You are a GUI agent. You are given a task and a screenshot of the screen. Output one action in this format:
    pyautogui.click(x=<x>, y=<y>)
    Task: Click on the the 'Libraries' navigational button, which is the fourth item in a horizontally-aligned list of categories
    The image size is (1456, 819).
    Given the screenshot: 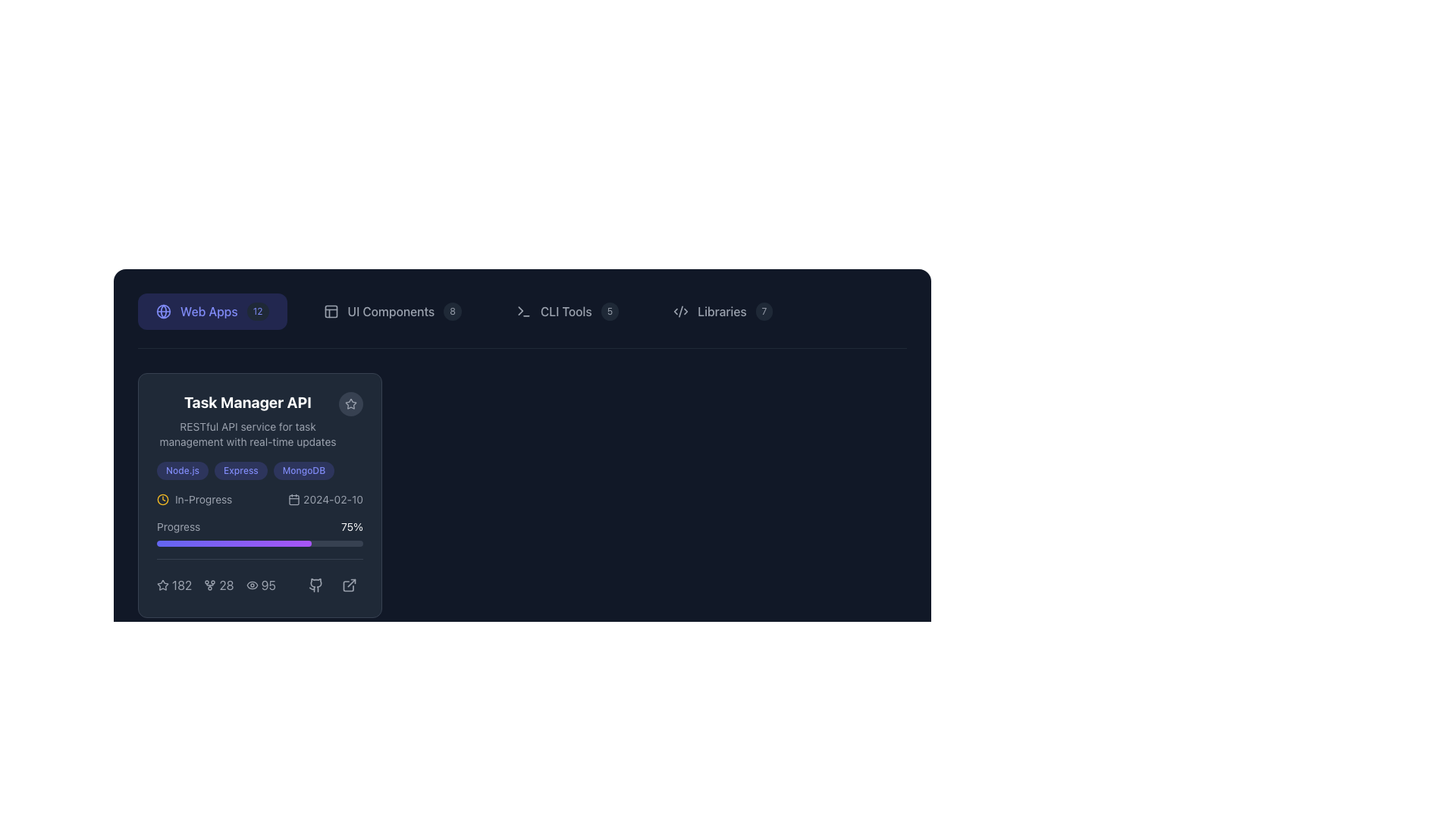 What is the action you would take?
    pyautogui.click(x=722, y=311)
    